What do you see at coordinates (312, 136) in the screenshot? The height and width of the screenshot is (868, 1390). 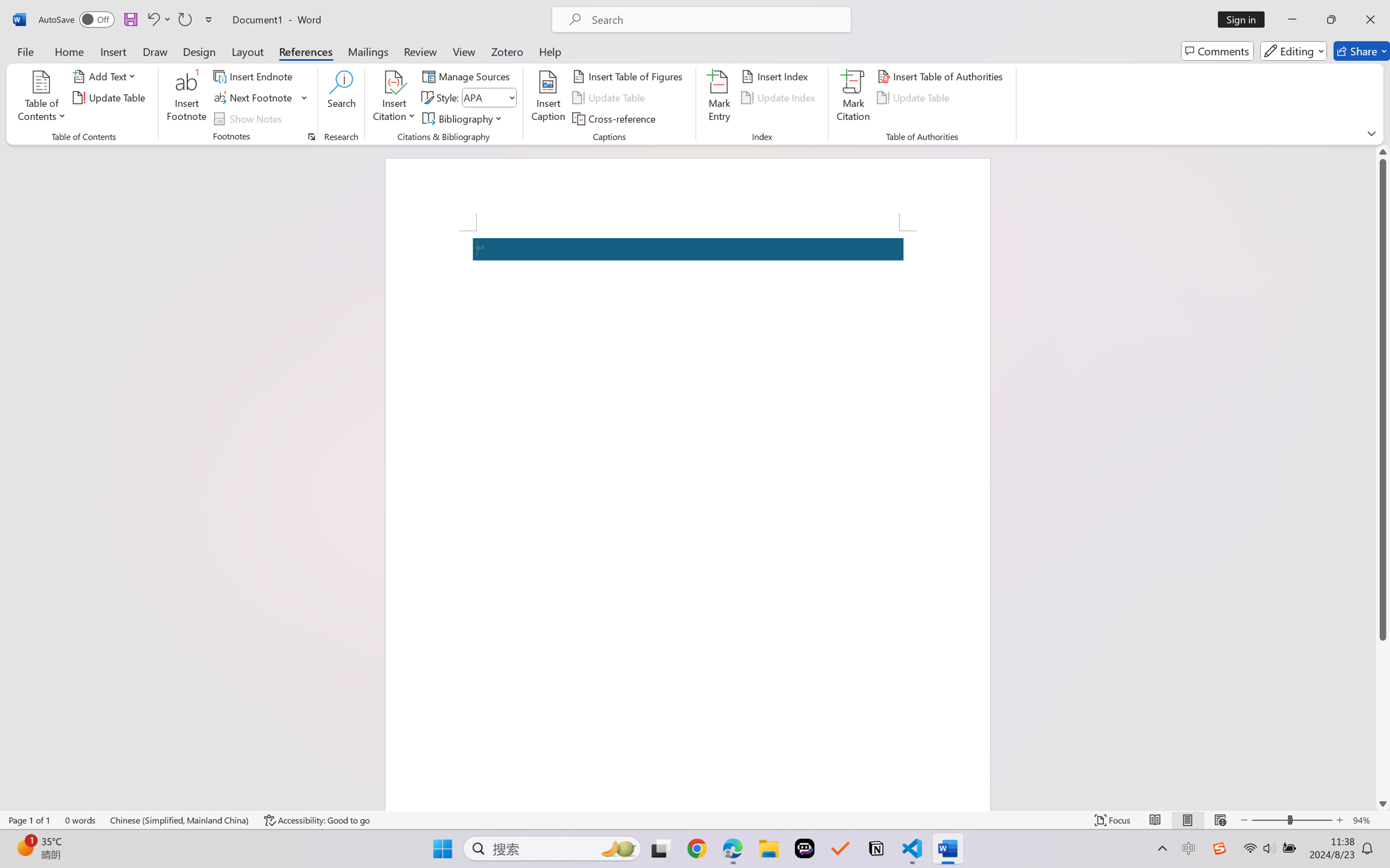 I see `'Footnote and Endnote Dialog...'` at bounding box center [312, 136].